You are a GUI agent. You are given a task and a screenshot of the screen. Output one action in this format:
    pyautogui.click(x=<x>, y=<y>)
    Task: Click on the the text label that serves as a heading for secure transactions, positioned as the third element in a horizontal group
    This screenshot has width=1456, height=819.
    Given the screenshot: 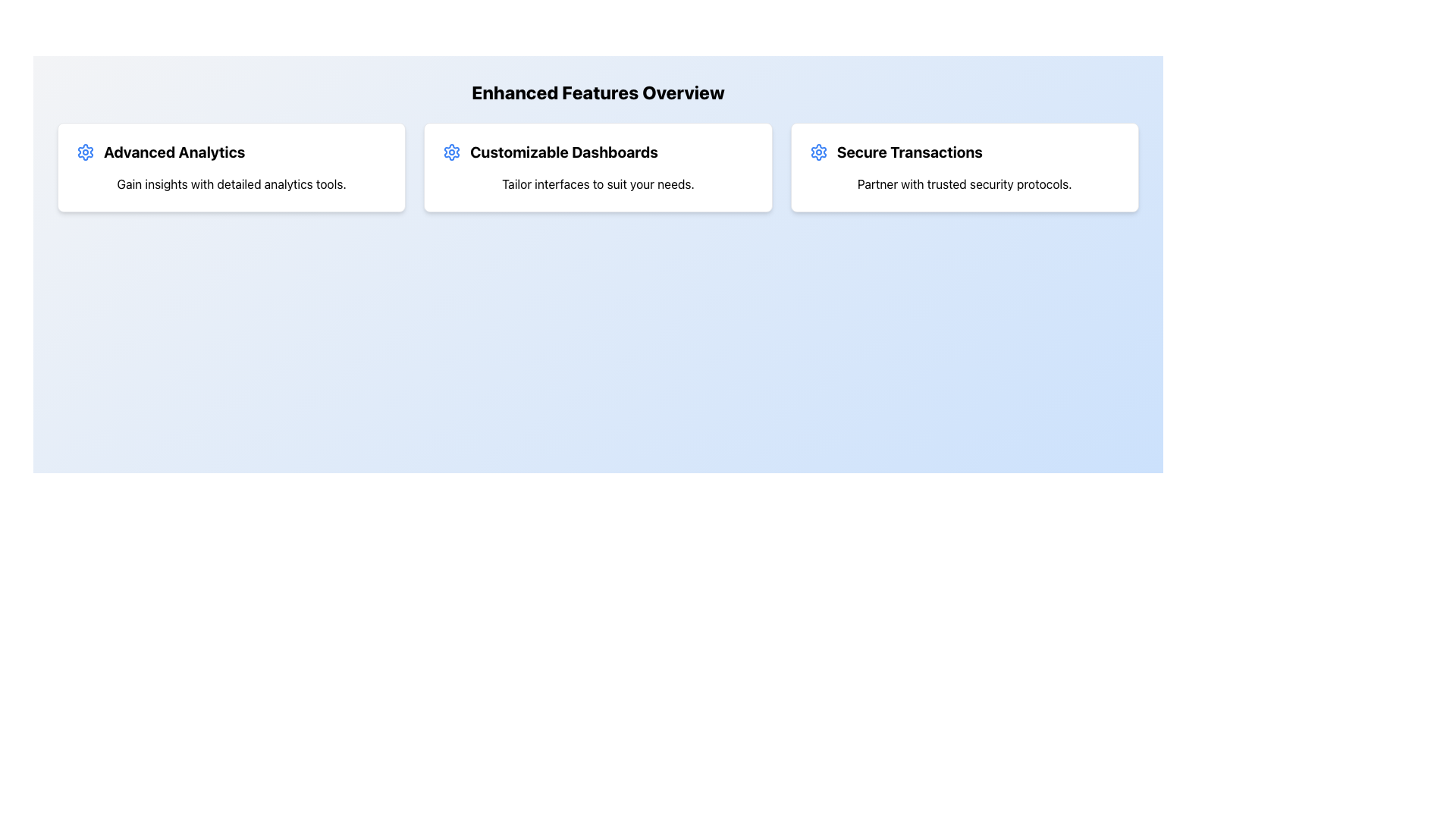 What is the action you would take?
    pyautogui.click(x=909, y=152)
    